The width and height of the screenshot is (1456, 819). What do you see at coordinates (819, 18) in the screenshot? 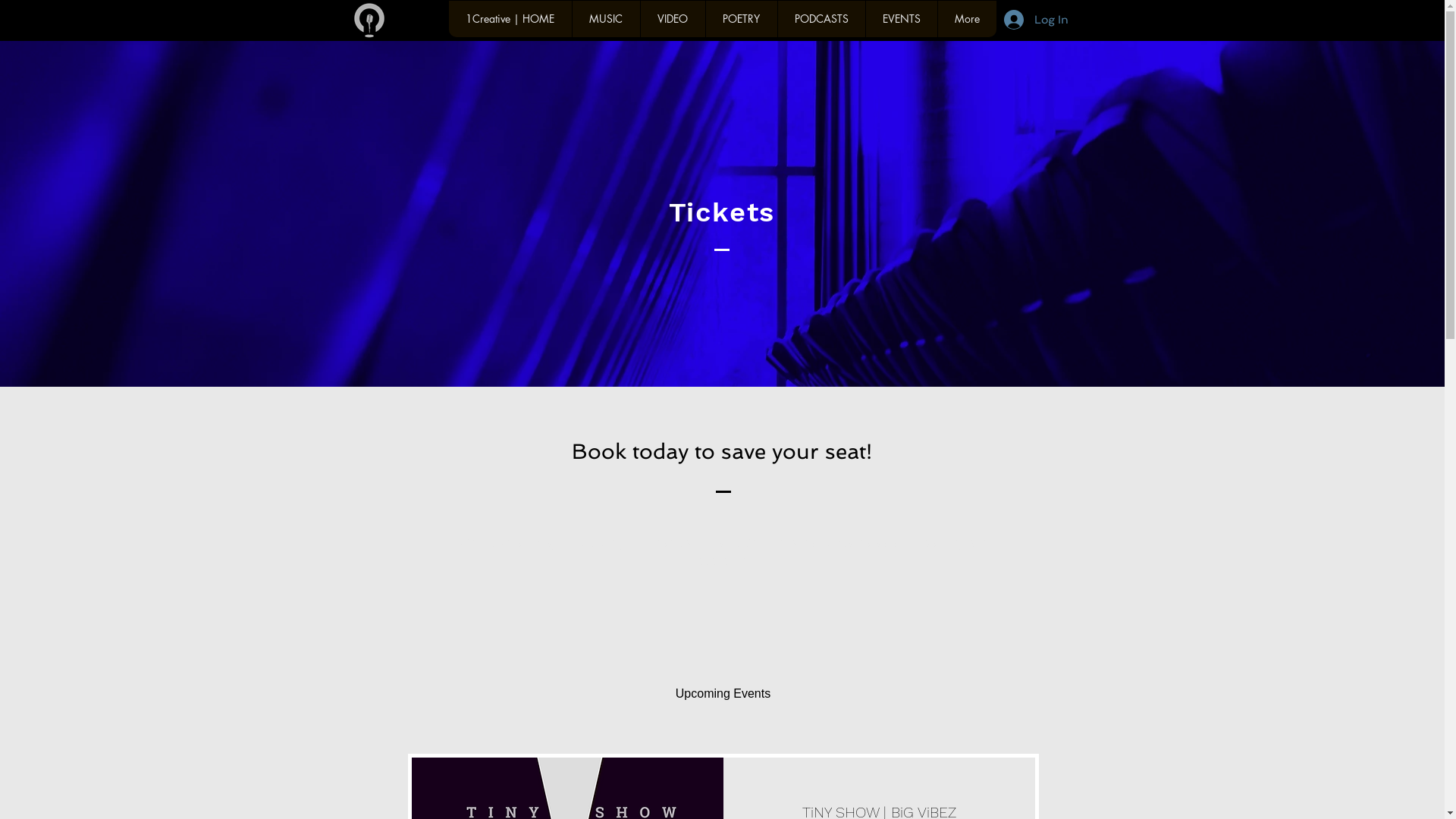
I see `'PODCASTS'` at bounding box center [819, 18].